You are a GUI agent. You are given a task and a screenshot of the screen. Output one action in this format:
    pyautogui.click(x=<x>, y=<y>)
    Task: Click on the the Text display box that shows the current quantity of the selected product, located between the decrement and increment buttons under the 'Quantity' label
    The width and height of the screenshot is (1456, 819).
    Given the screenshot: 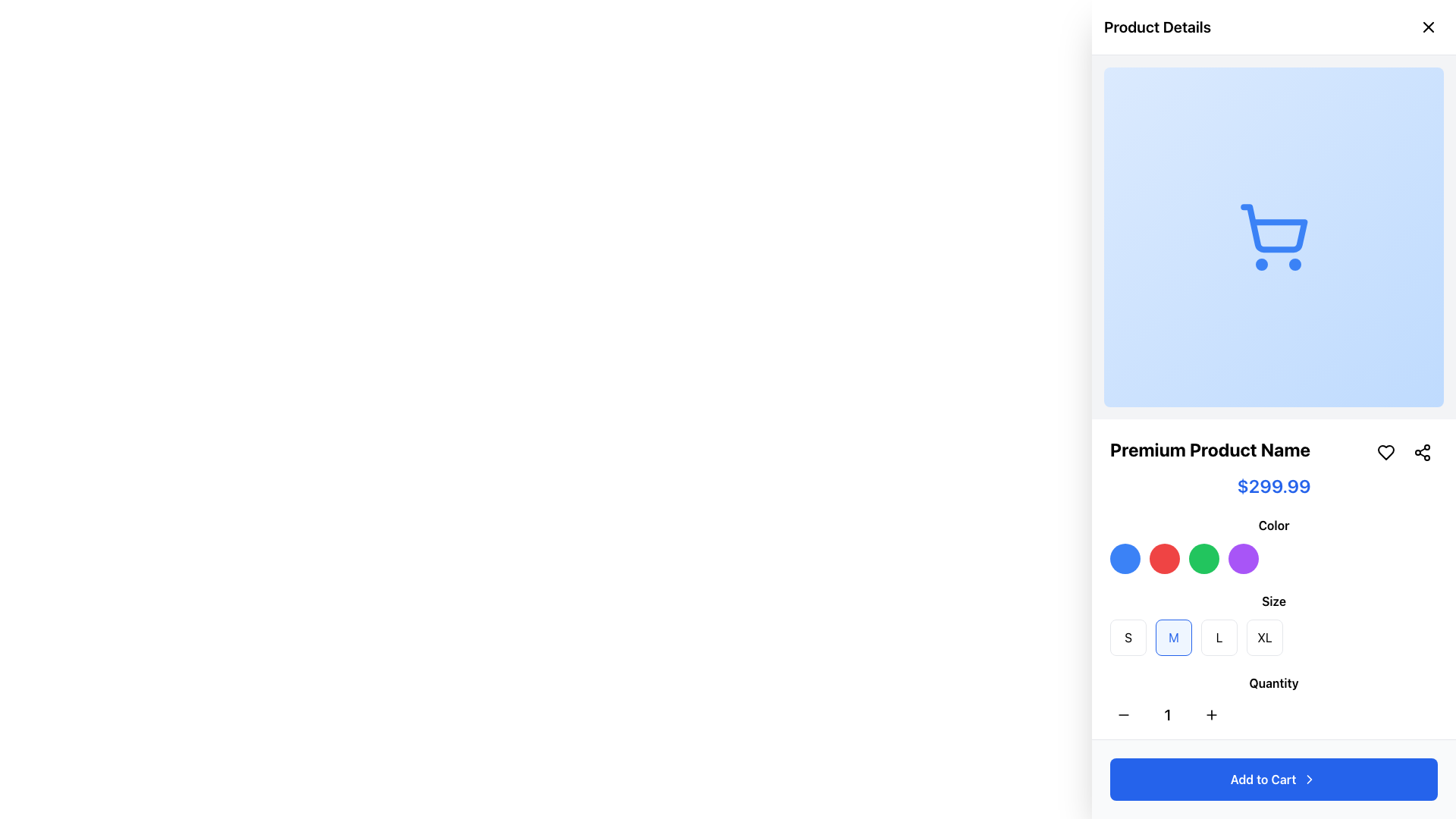 What is the action you would take?
    pyautogui.click(x=1167, y=714)
    